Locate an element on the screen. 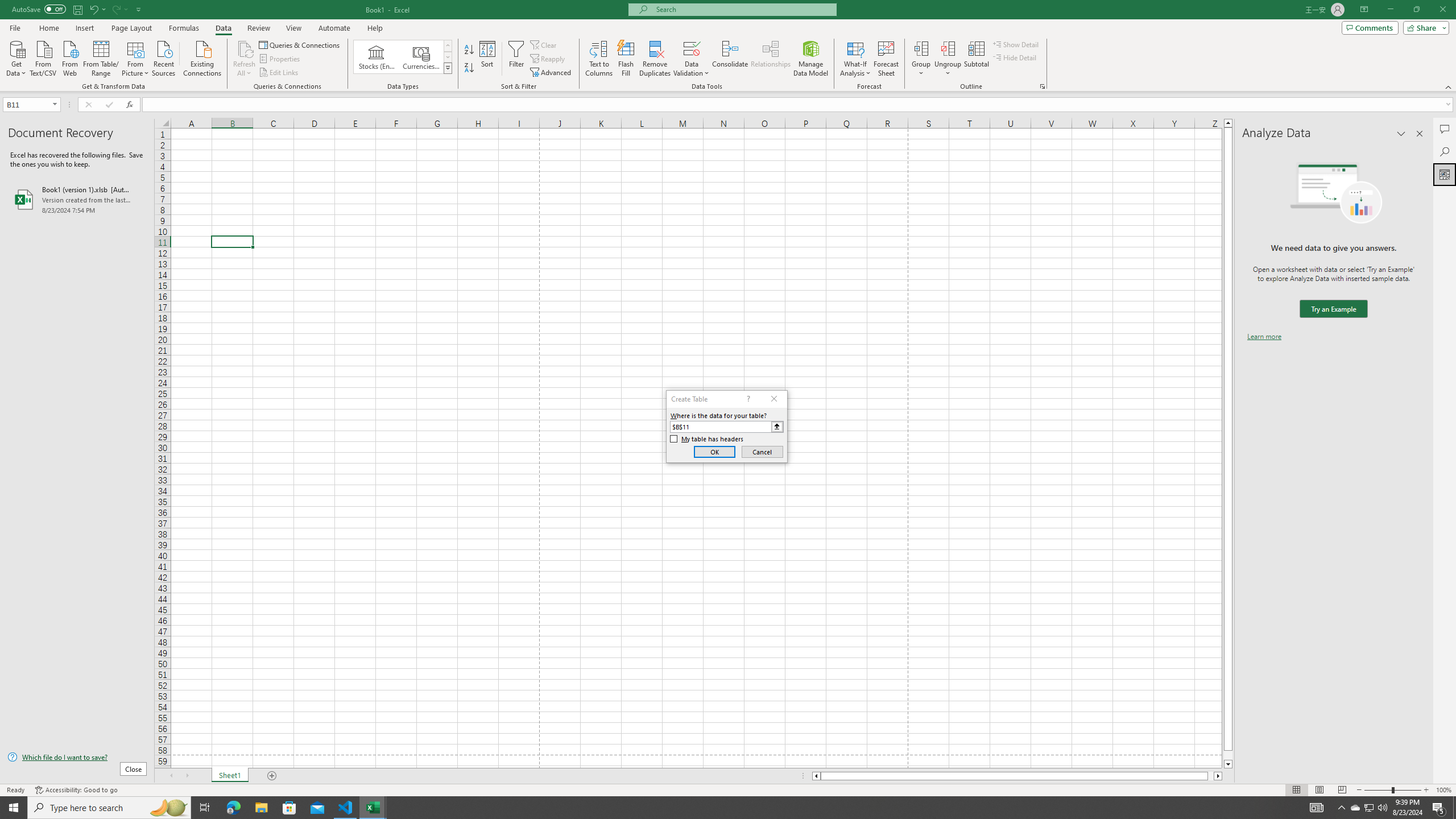  'Advanced...' is located at coordinates (552, 72).